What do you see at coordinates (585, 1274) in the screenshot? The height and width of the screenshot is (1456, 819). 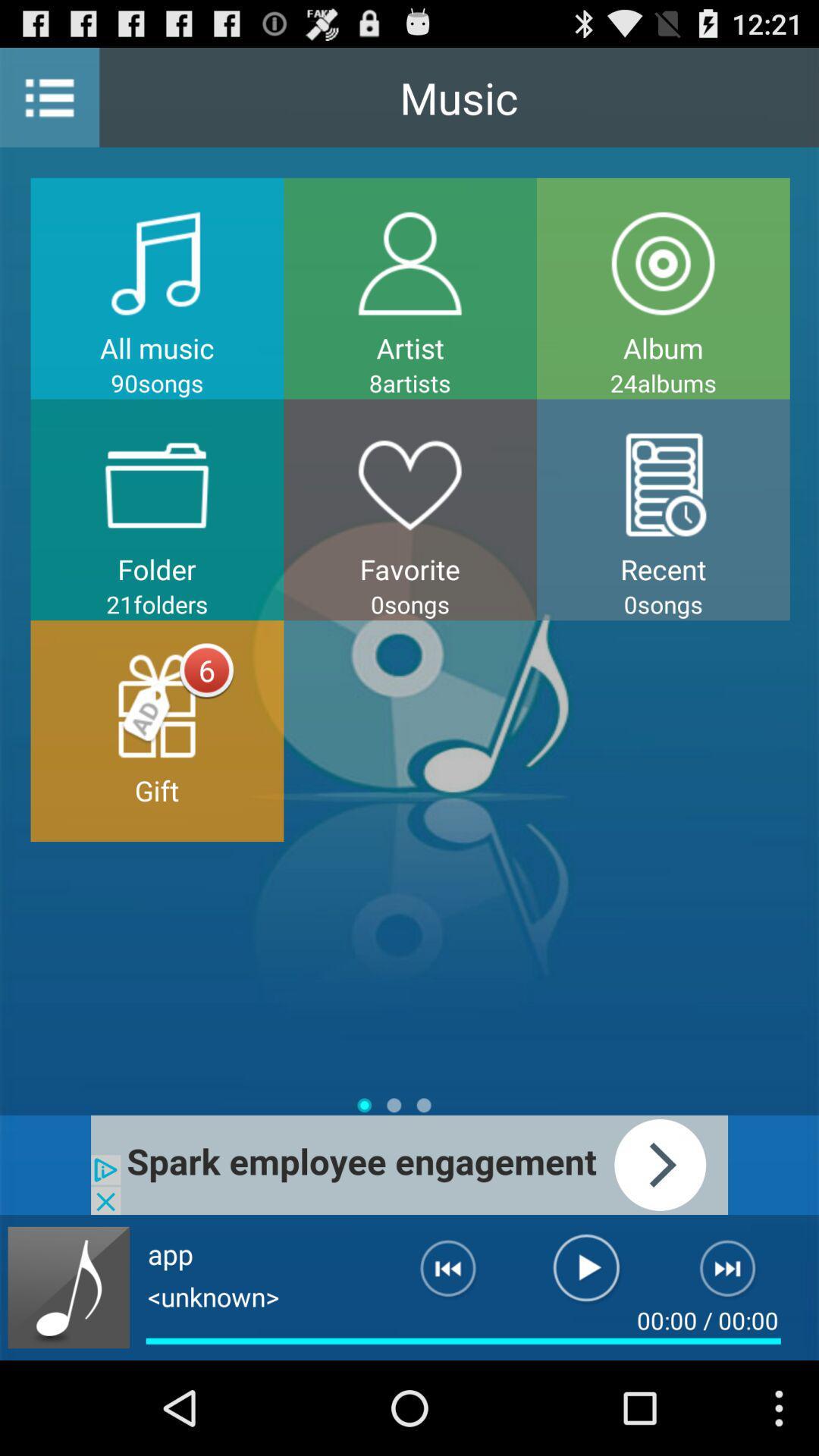 I see `to play music` at bounding box center [585, 1274].